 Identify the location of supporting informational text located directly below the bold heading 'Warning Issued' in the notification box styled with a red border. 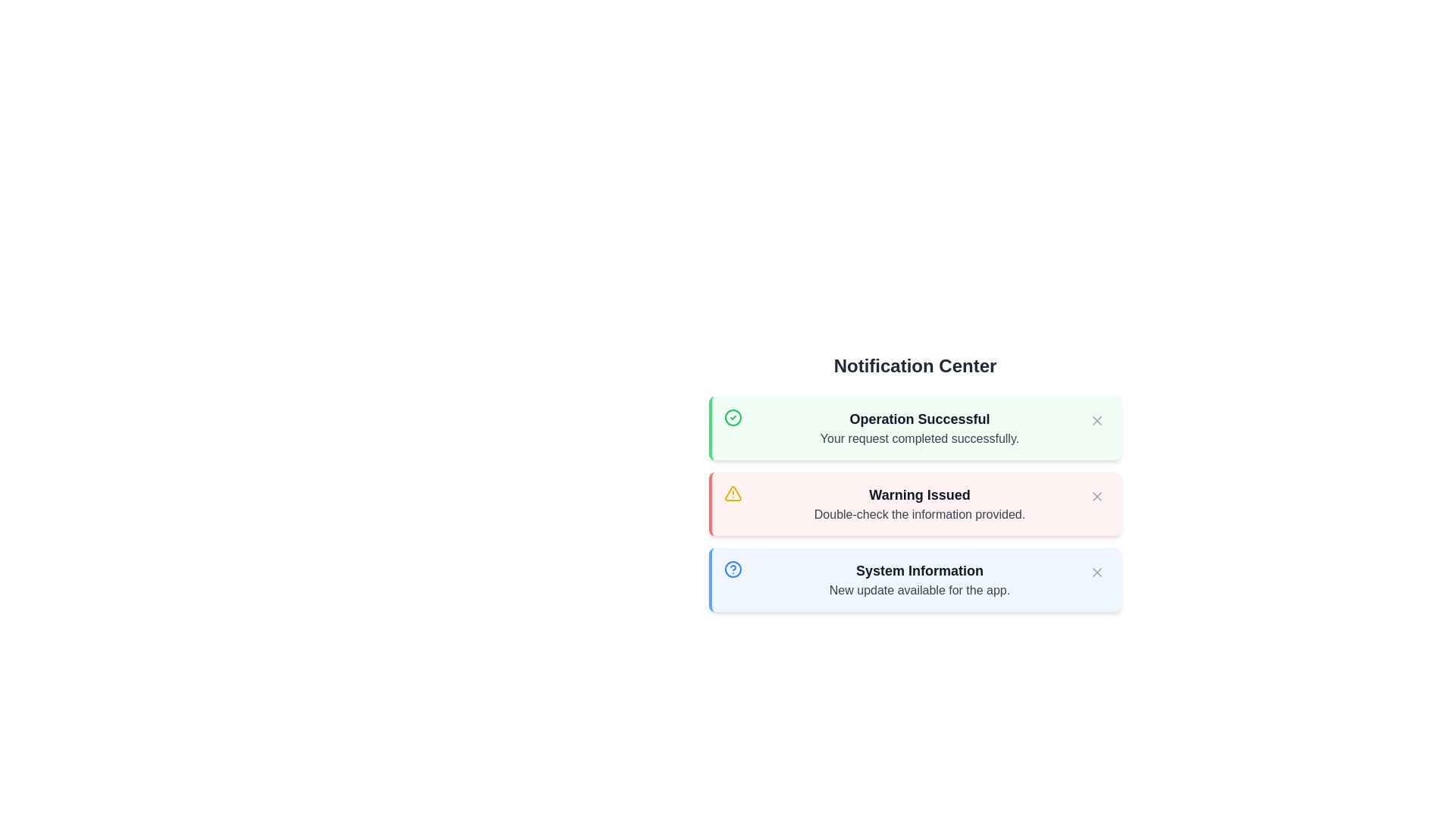
(919, 513).